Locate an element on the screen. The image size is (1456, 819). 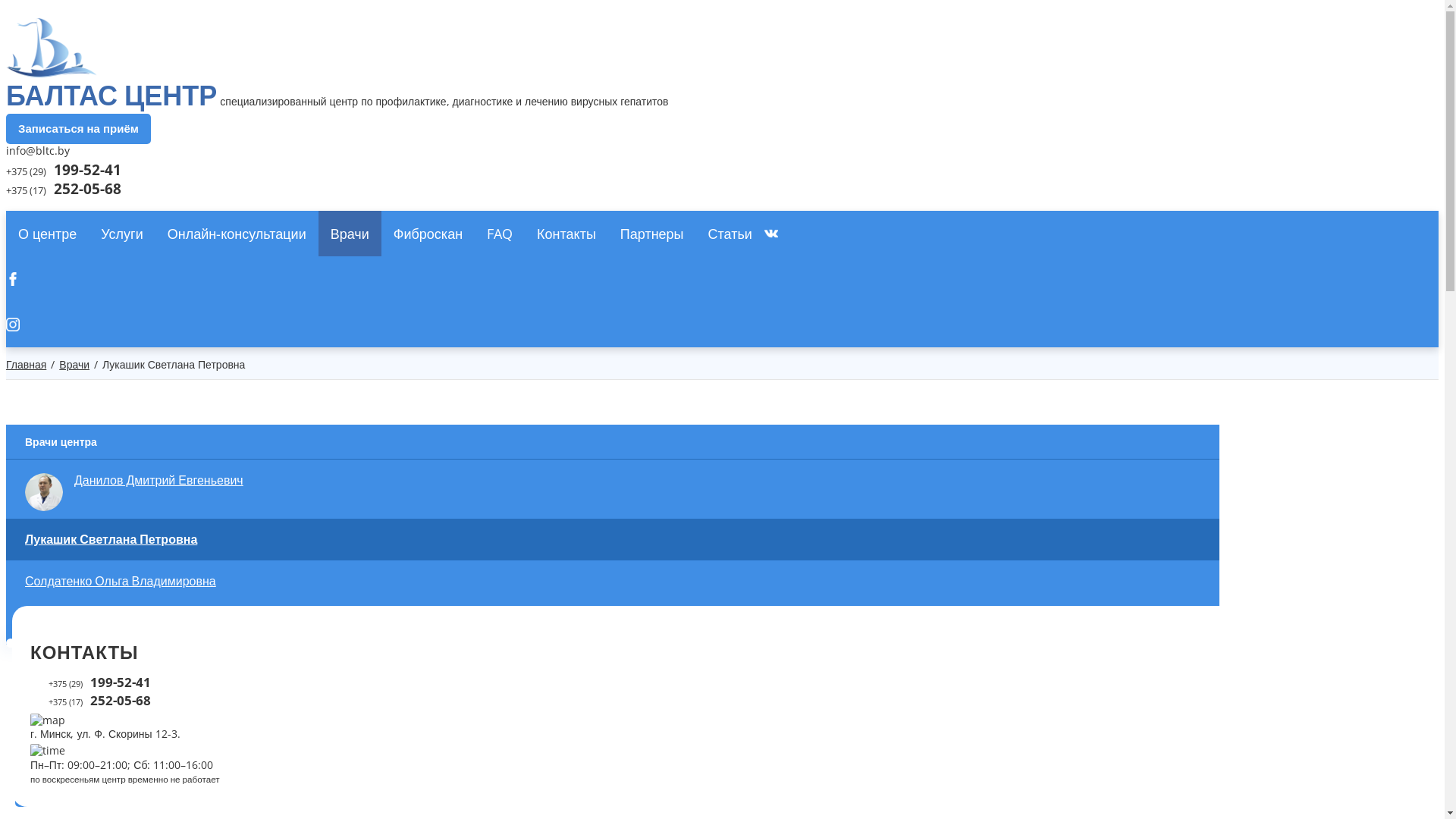
'Facebook' is located at coordinates (612, 278).